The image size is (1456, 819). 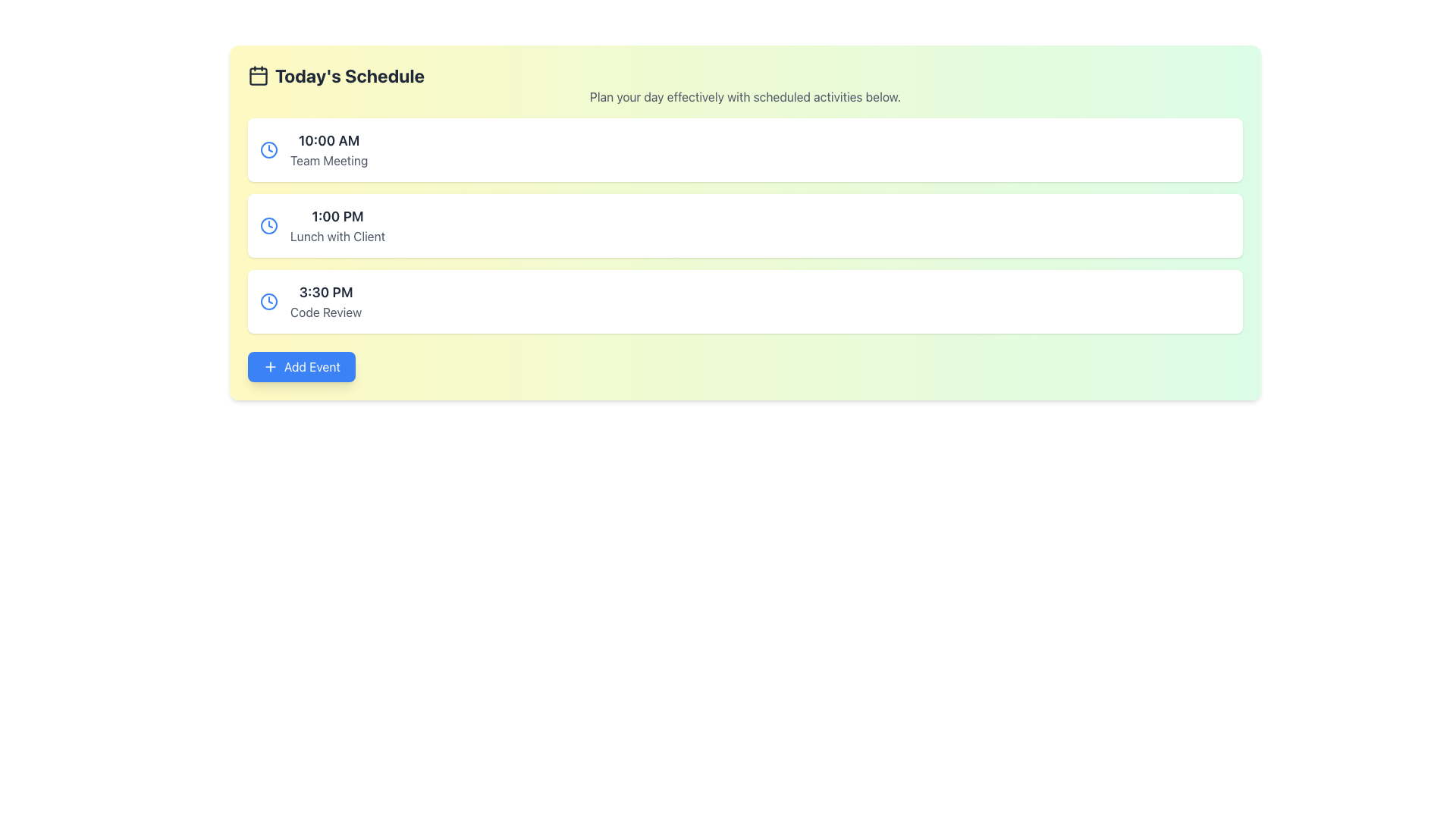 What do you see at coordinates (325, 301) in the screenshot?
I see `the scheduled event displayed in the text label for 'Code Review' at '3:30 PM', which is located in the third card item under 'Today's Schedule'` at bounding box center [325, 301].